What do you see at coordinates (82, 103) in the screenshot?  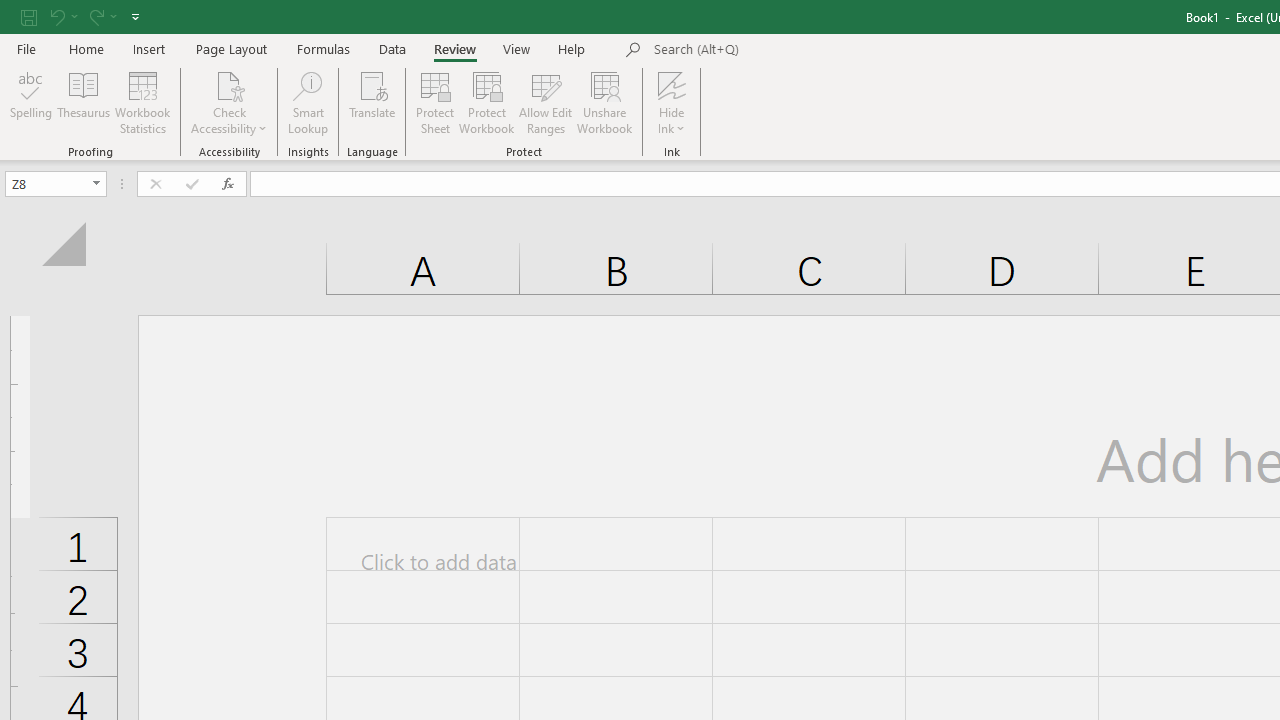 I see `'Thesaurus...'` at bounding box center [82, 103].